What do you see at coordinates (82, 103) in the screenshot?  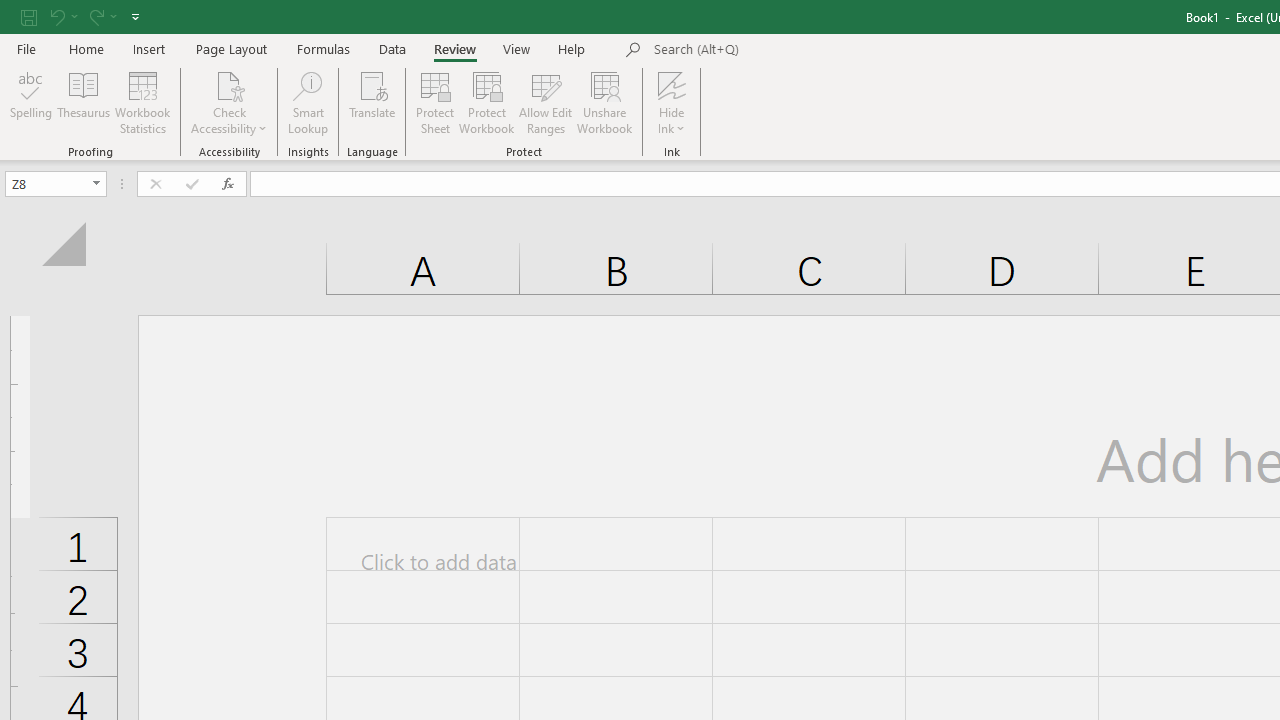 I see `'Thesaurus...'` at bounding box center [82, 103].